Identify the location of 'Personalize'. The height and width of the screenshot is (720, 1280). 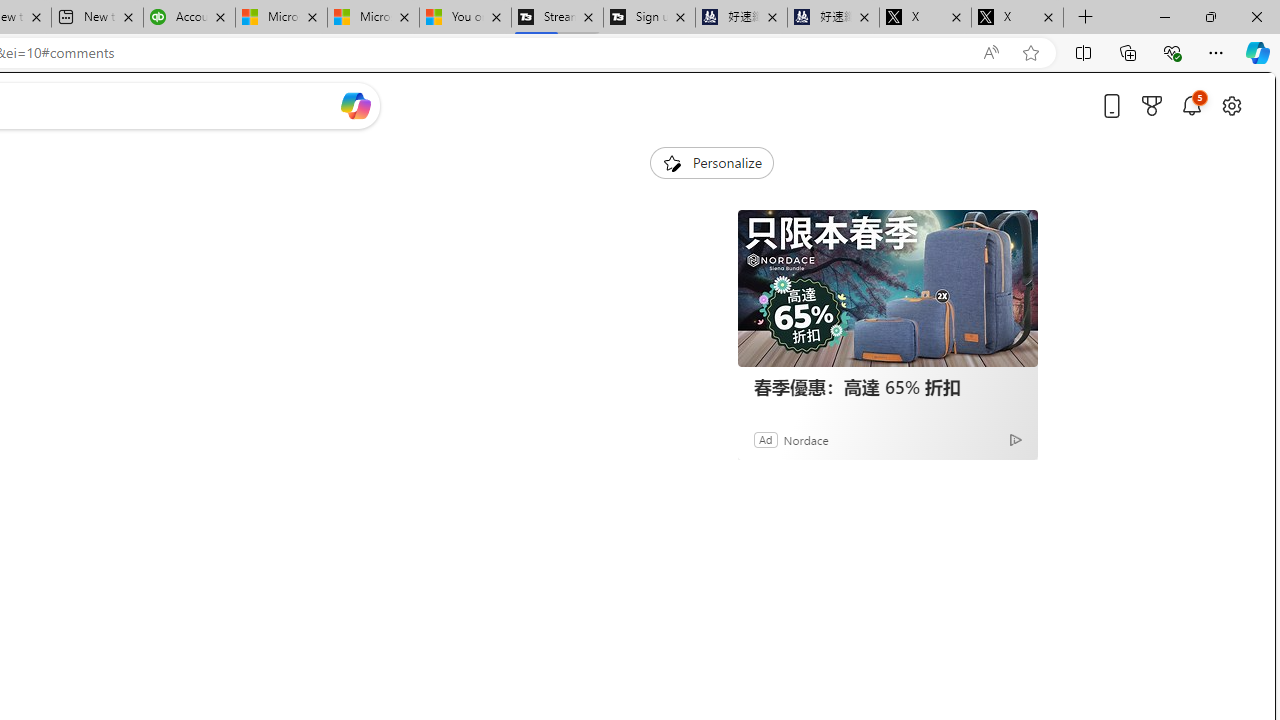
(711, 162).